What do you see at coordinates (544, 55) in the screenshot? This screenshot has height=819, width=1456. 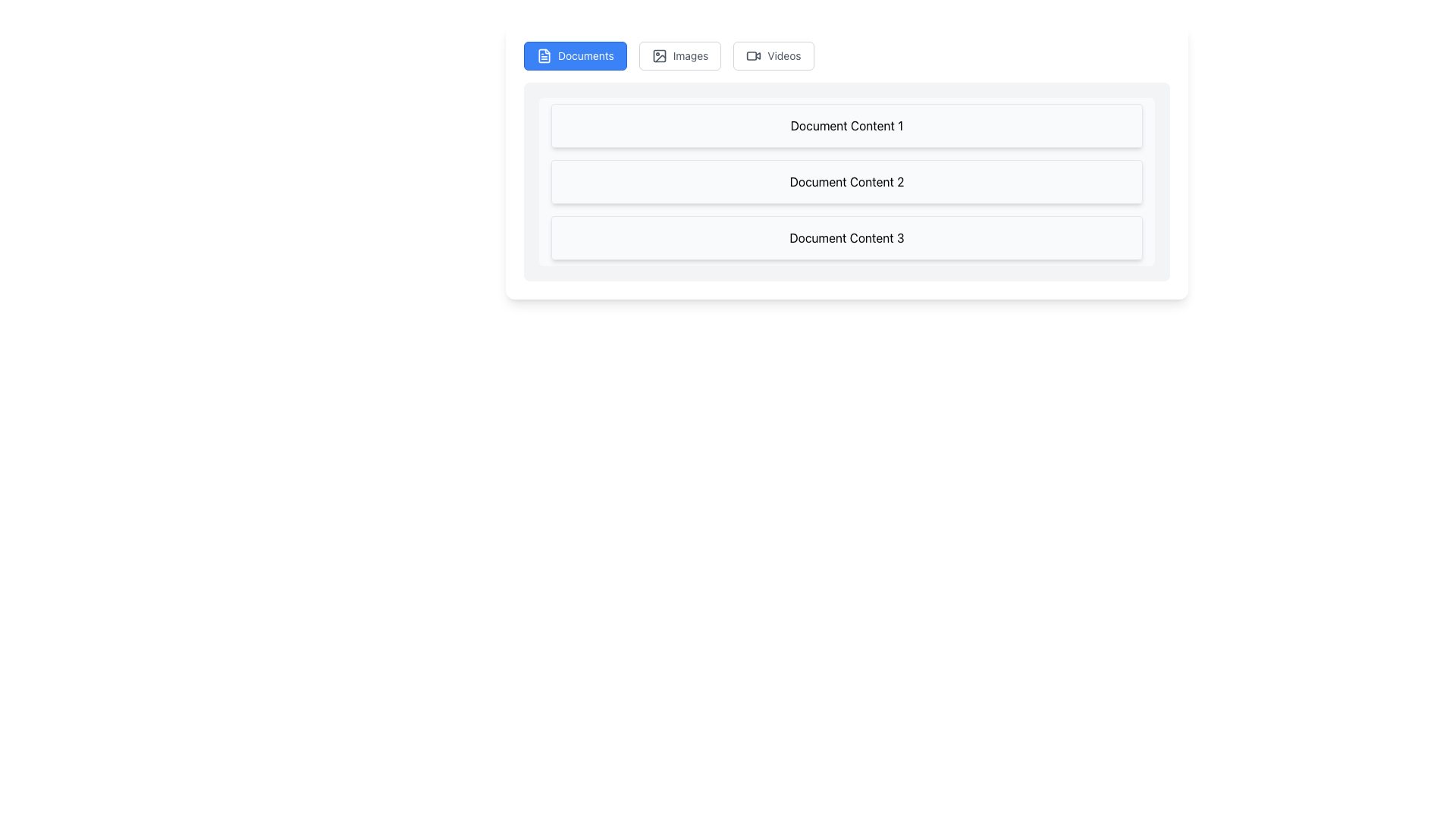 I see `the 'Documents' button which contains the icon representing the 'Documents' section located at the top of the interface` at bounding box center [544, 55].